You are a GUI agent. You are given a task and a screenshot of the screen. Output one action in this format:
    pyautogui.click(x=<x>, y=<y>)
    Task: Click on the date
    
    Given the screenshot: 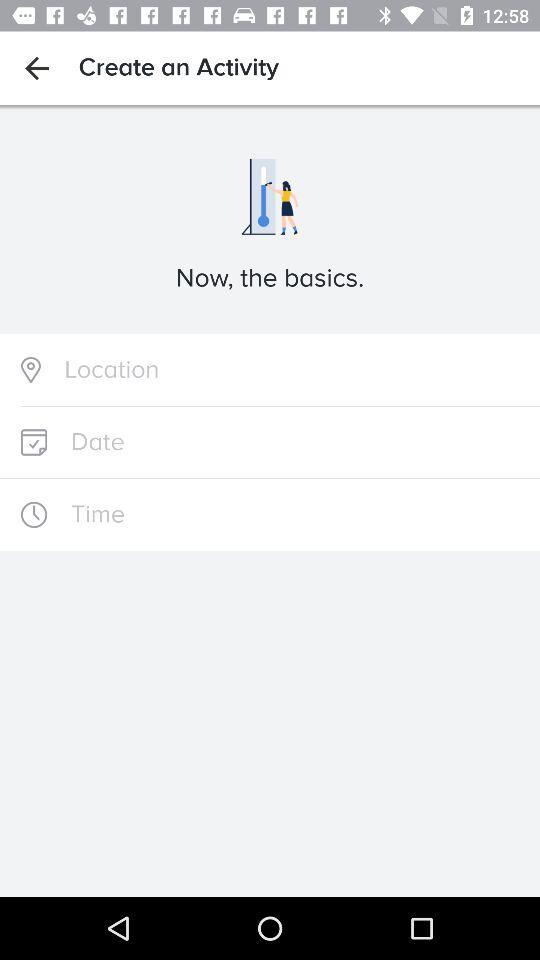 What is the action you would take?
    pyautogui.click(x=270, y=442)
    